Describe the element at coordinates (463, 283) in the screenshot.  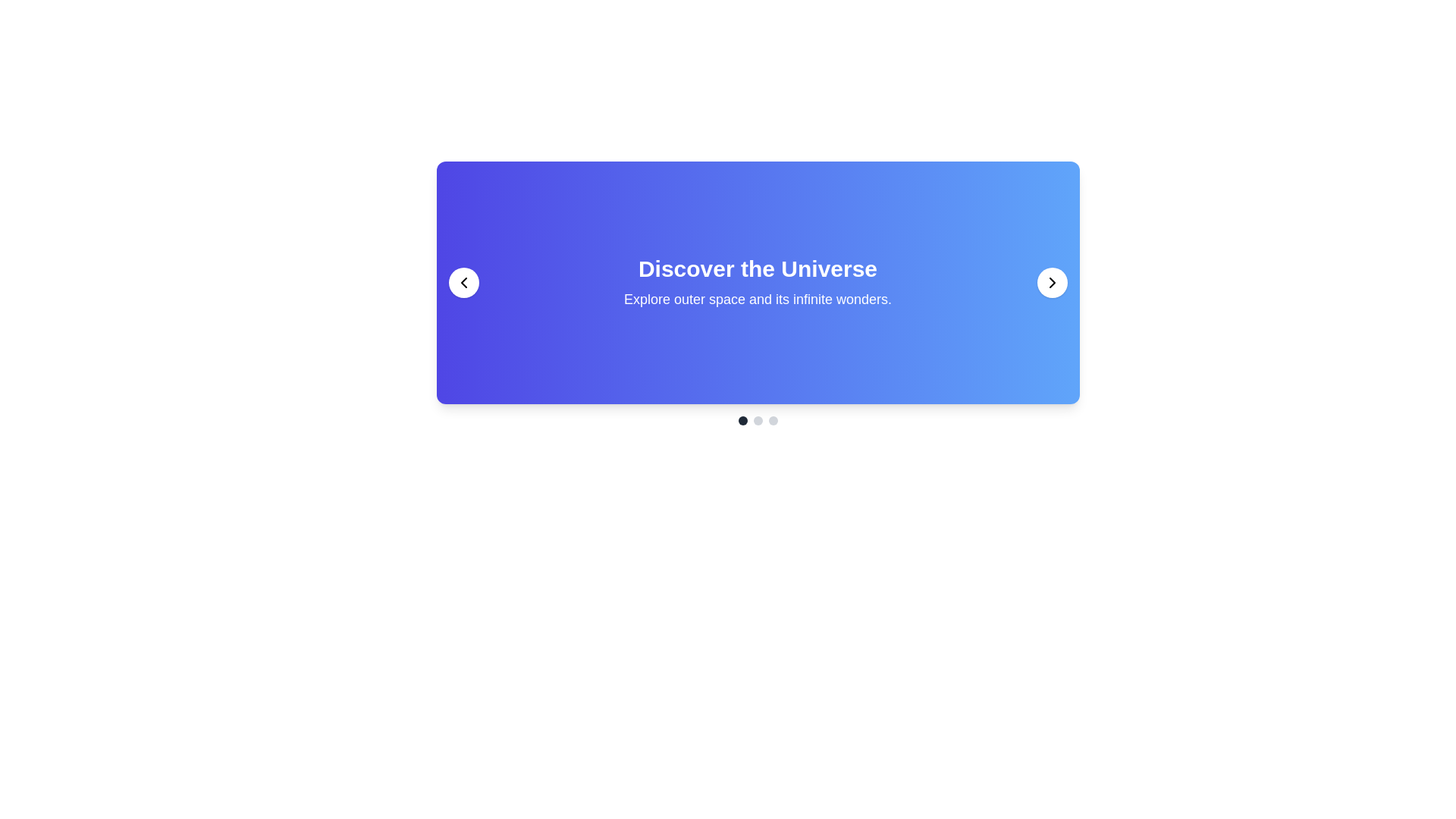
I see `the backward navigation icon located inside a circular button on the left-hand side of the carousel` at that location.